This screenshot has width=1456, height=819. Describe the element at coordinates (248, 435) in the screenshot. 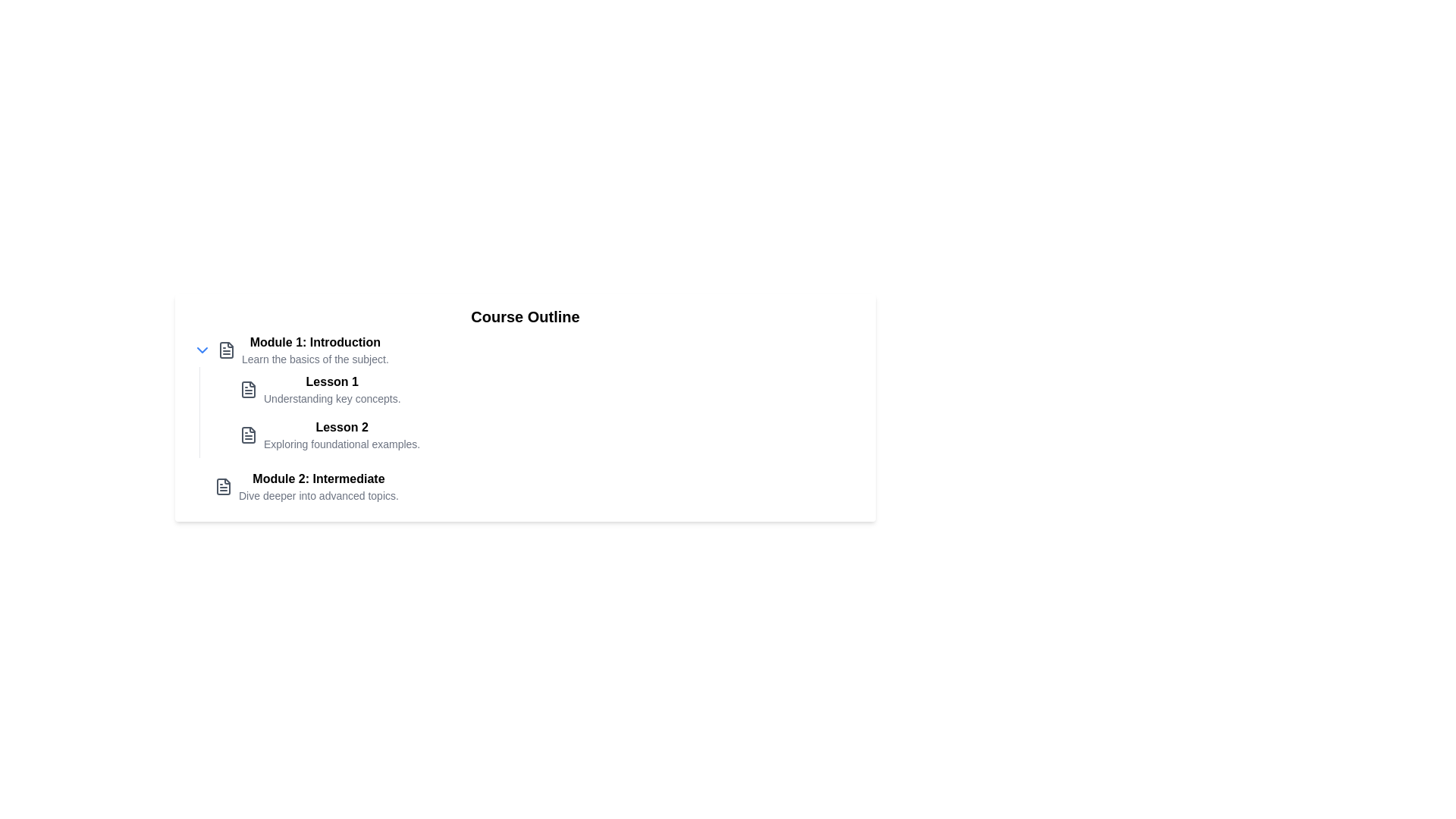

I see `the document-shaped icon located beside 'Lesson 2' under 'Module 1: Introduction'` at that location.